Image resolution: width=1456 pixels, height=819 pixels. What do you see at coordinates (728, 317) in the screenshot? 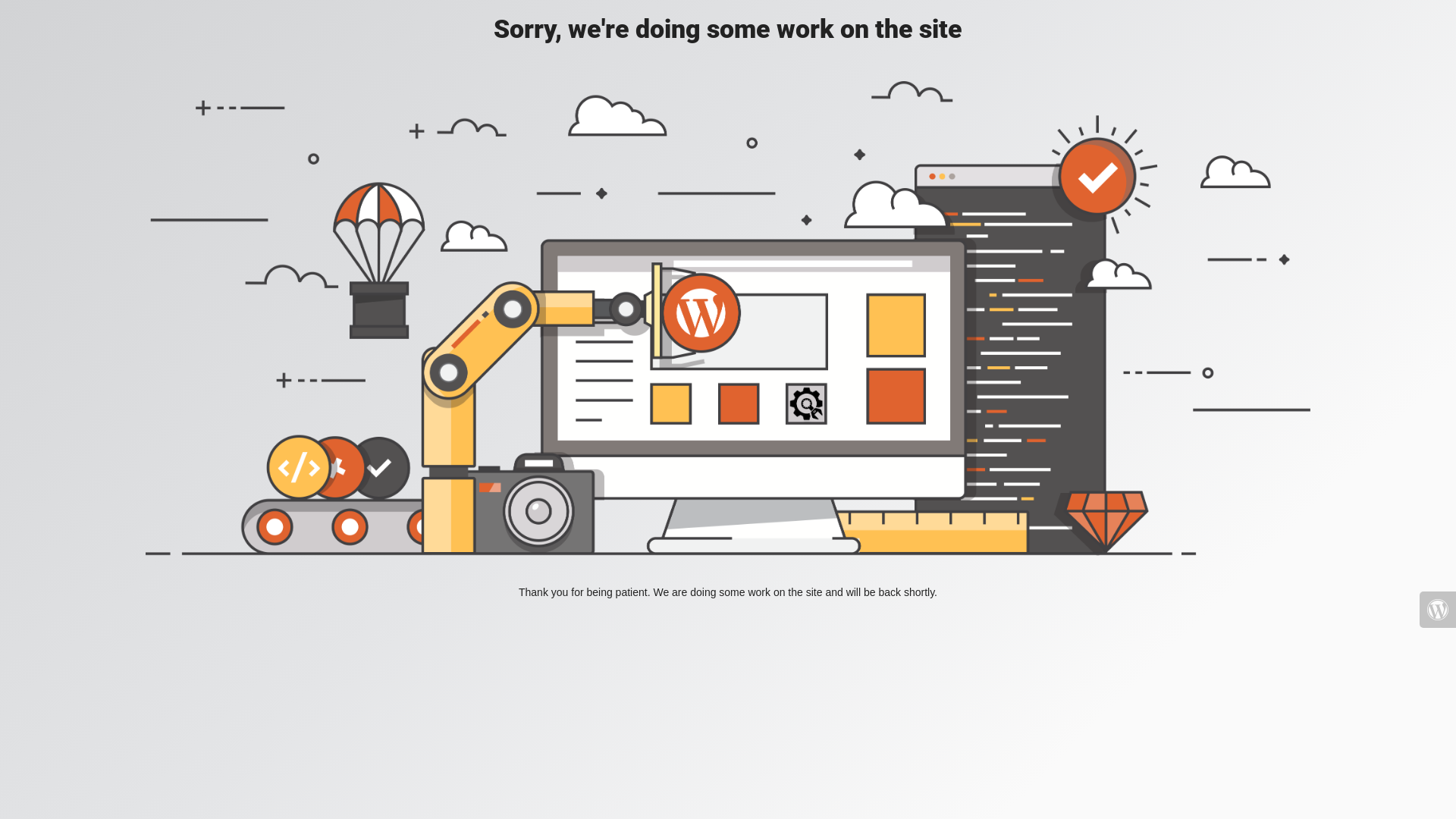
I see `'Construction work in progress'` at bounding box center [728, 317].